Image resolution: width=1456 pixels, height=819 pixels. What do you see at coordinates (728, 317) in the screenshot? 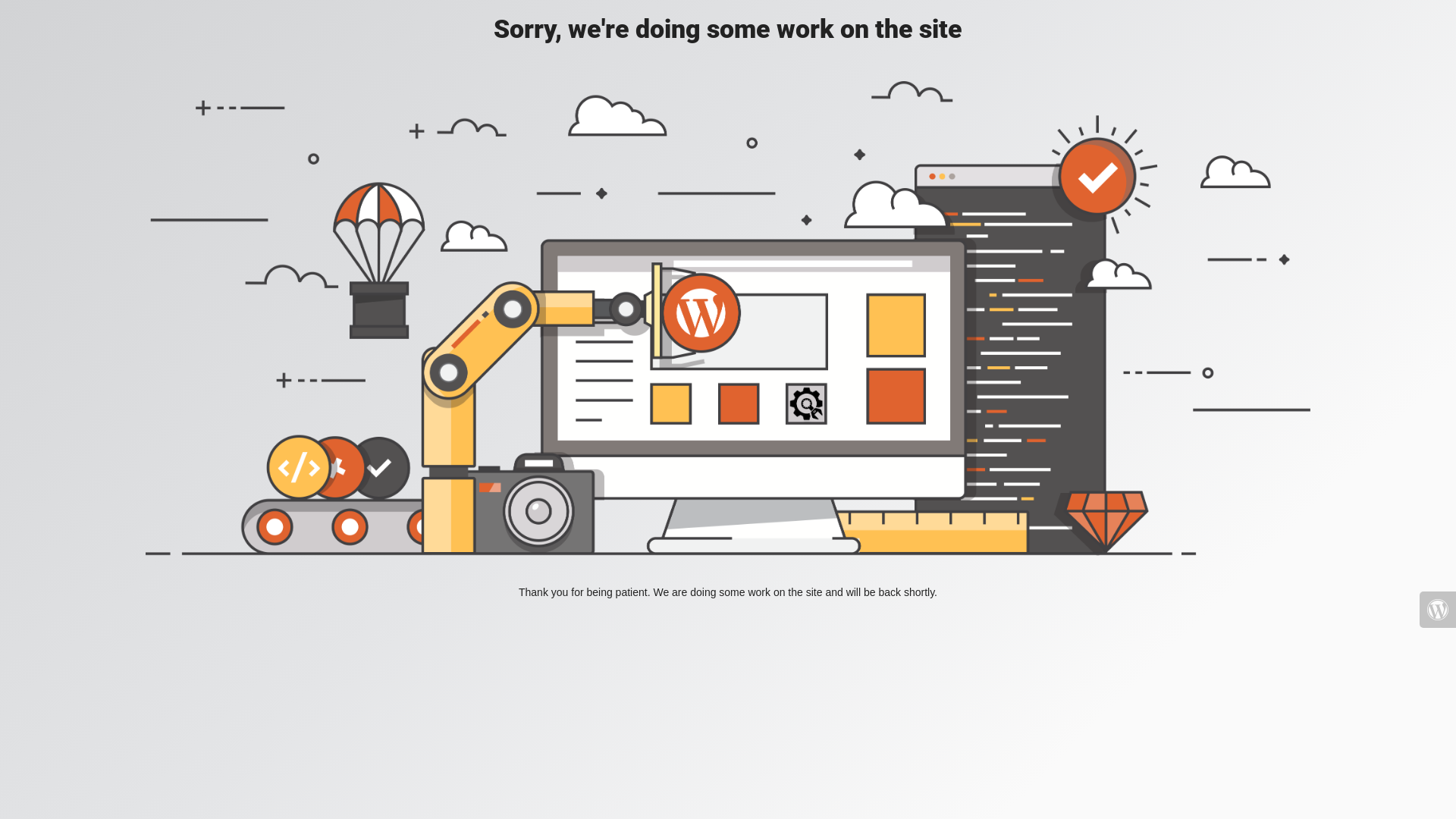
I see `'Construction work in progress'` at bounding box center [728, 317].